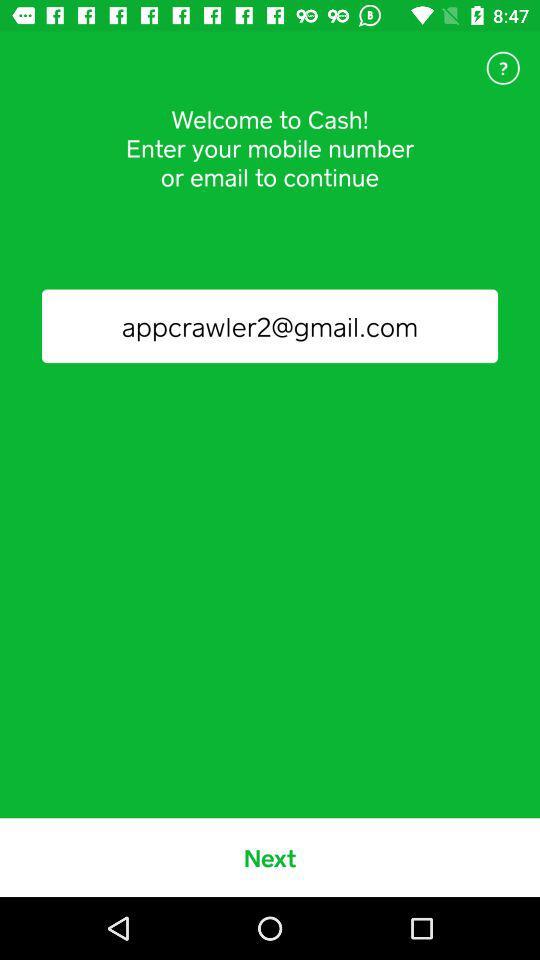 The width and height of the screenshot is (540, 960). I want to click on item below welcome to cash item, so click(270, 326).